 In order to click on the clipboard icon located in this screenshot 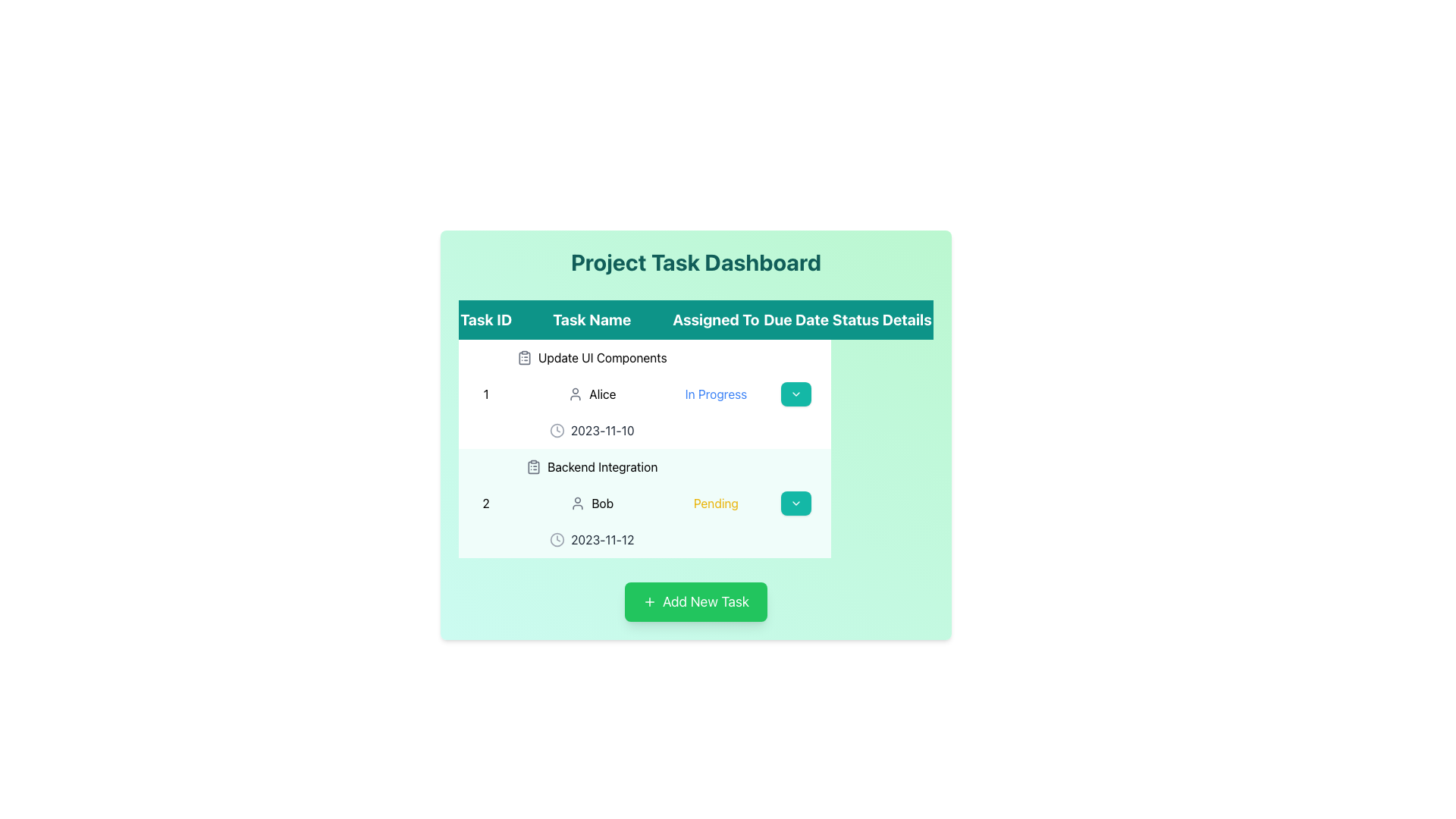, I will do `click(524, 358)`.